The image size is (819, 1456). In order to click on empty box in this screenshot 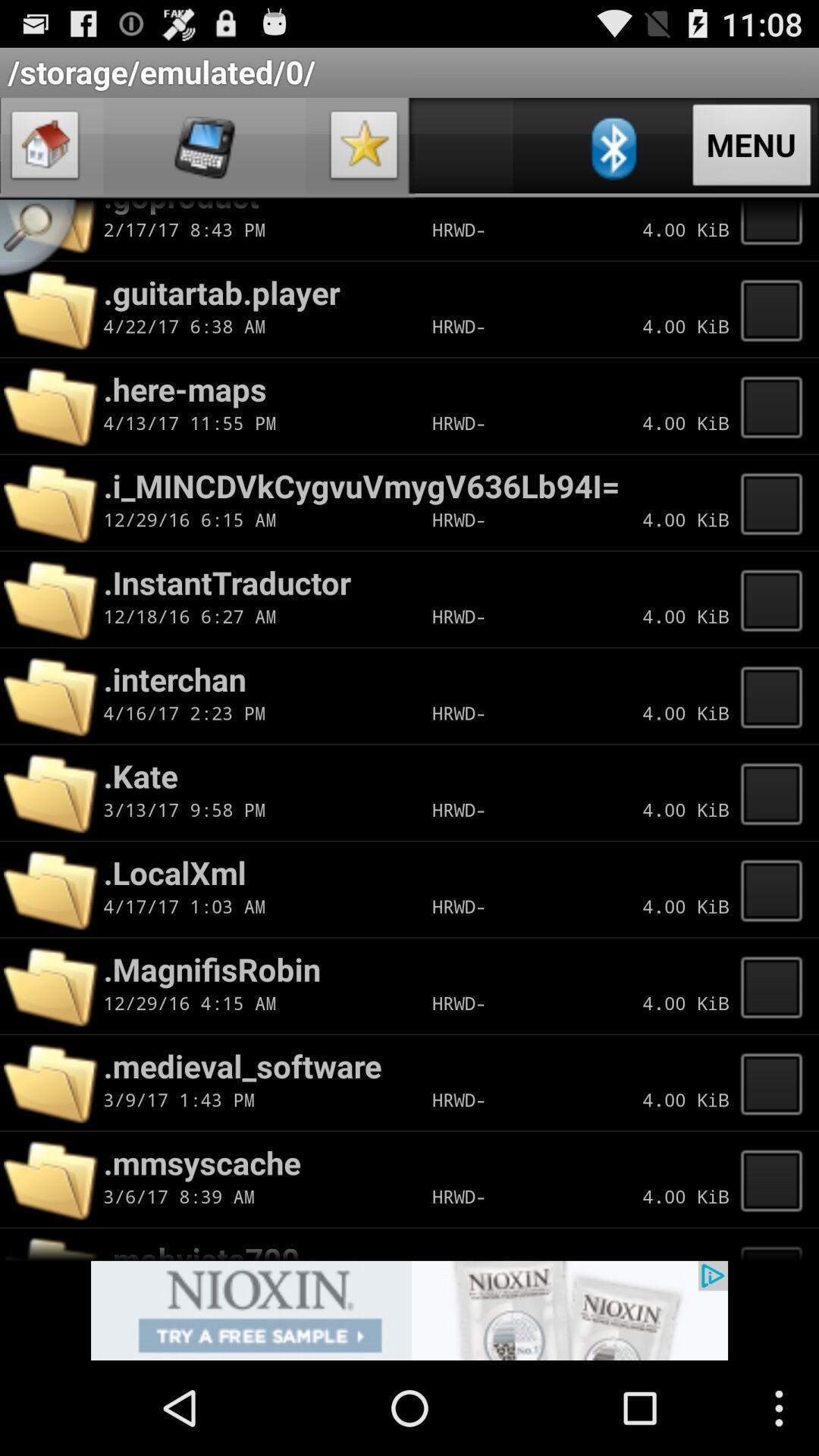, I will do `click(776, 695)`.